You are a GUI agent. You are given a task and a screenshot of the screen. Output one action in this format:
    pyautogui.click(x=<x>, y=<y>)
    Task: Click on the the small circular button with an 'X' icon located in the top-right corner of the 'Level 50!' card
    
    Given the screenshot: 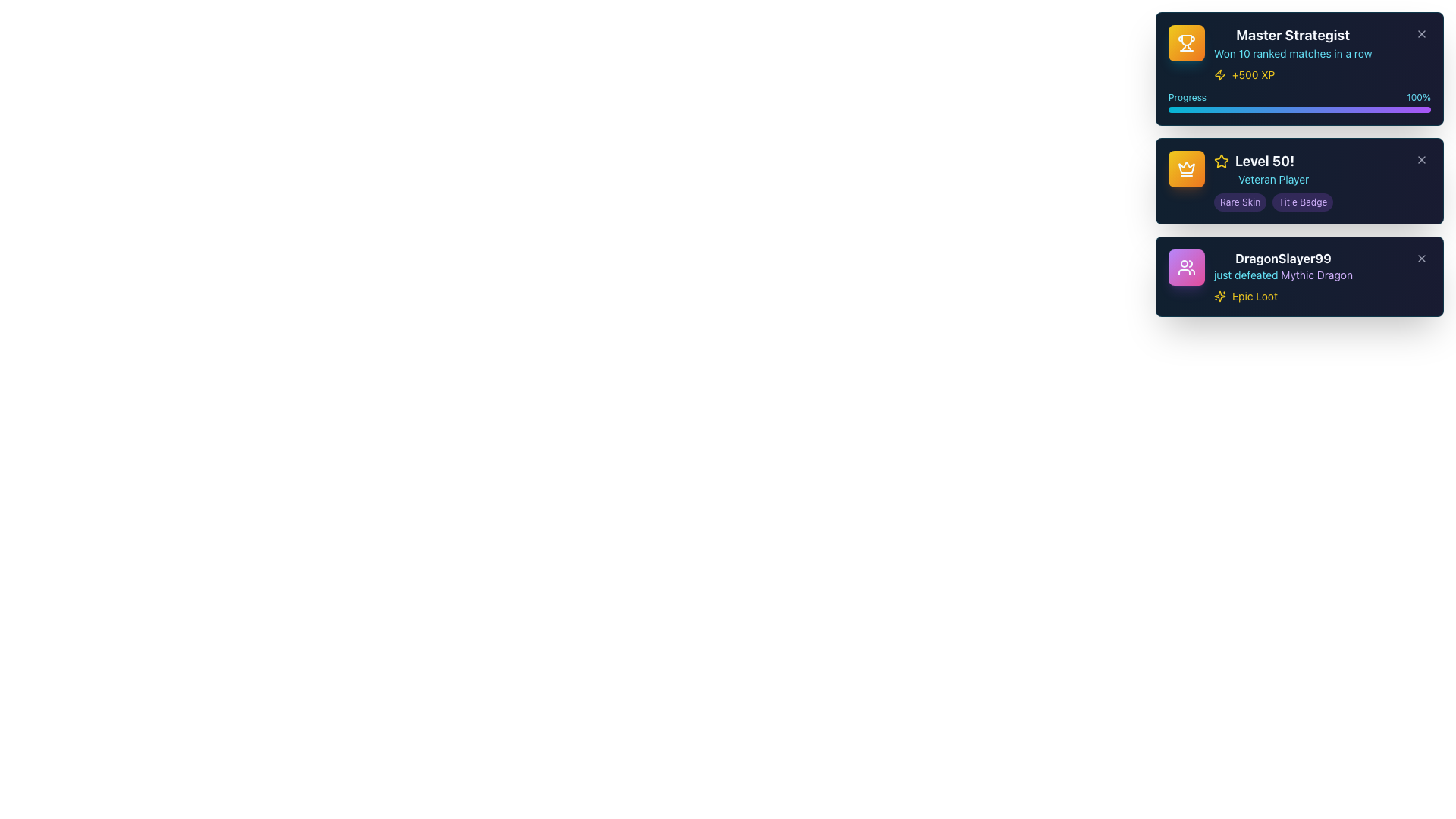 What is the action you would take?
    pyautogui.click(x=1421, y=160)
    